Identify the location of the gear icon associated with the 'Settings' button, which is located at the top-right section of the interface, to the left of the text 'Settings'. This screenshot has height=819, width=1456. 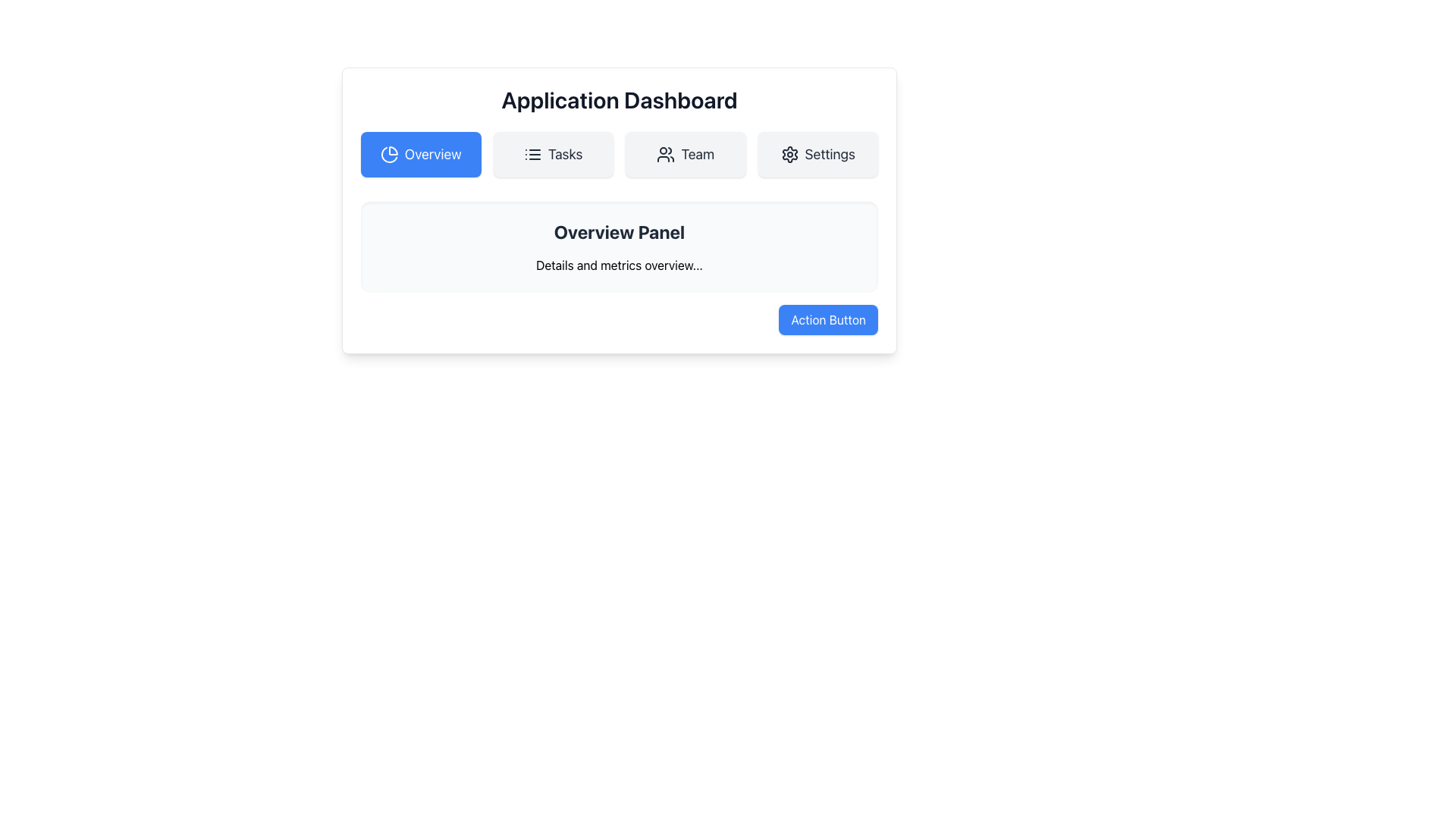
(789, 155).